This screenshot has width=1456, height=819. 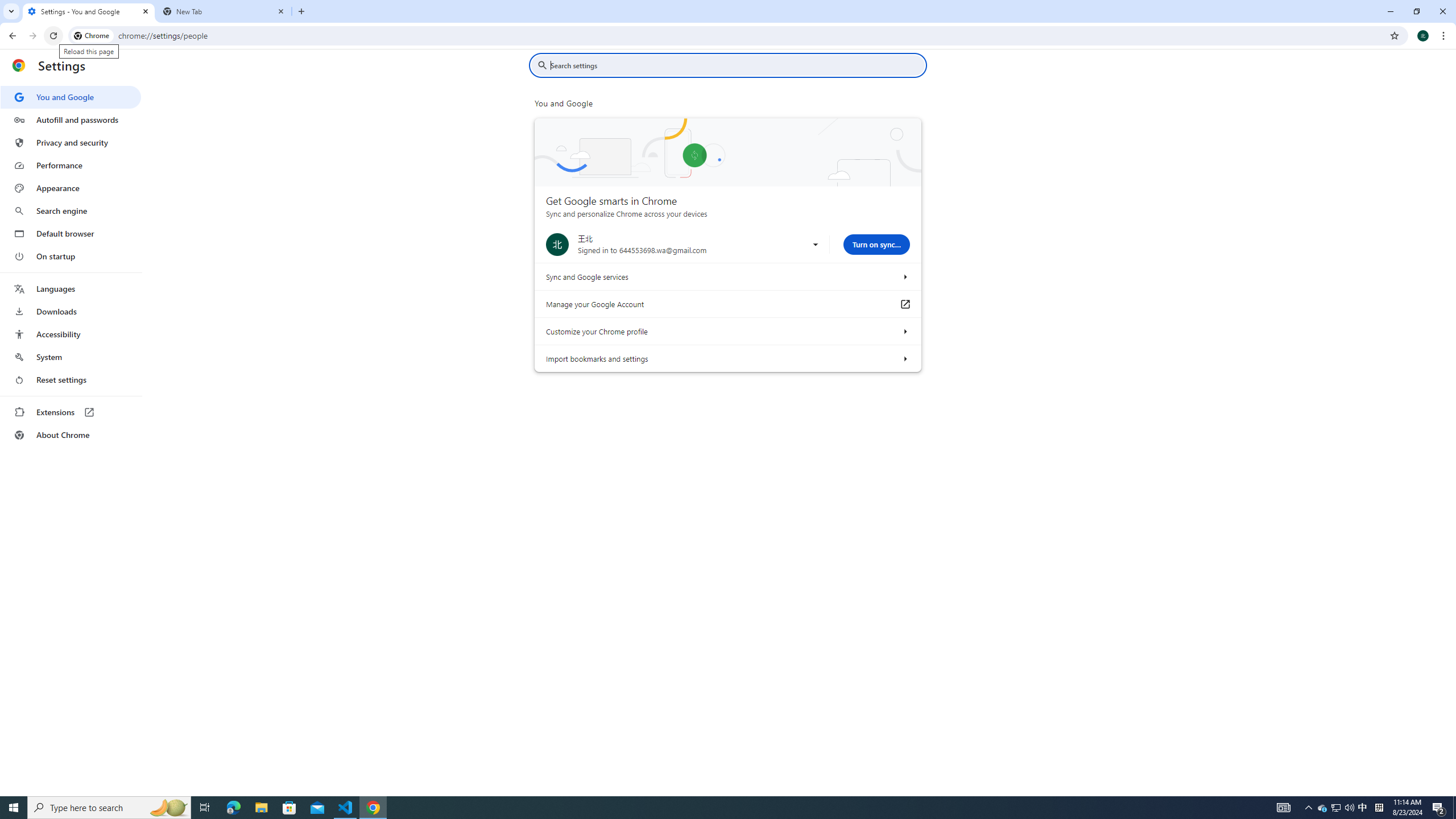 I want to click on 'Autofill and passwords', so click(x=70, y=119).